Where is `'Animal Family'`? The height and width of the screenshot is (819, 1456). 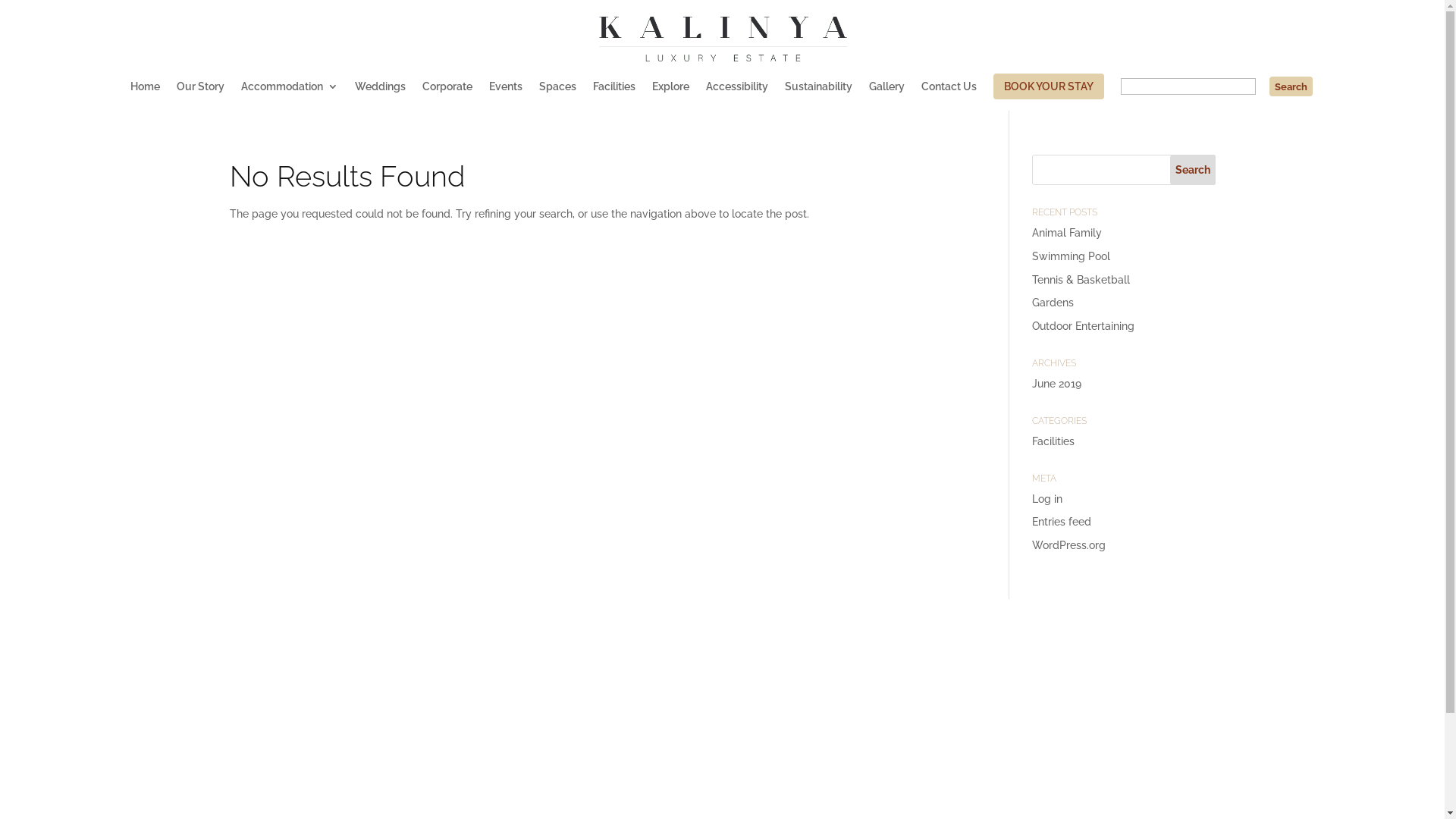
'Animal Family' is located at coordinates (1065, 233).